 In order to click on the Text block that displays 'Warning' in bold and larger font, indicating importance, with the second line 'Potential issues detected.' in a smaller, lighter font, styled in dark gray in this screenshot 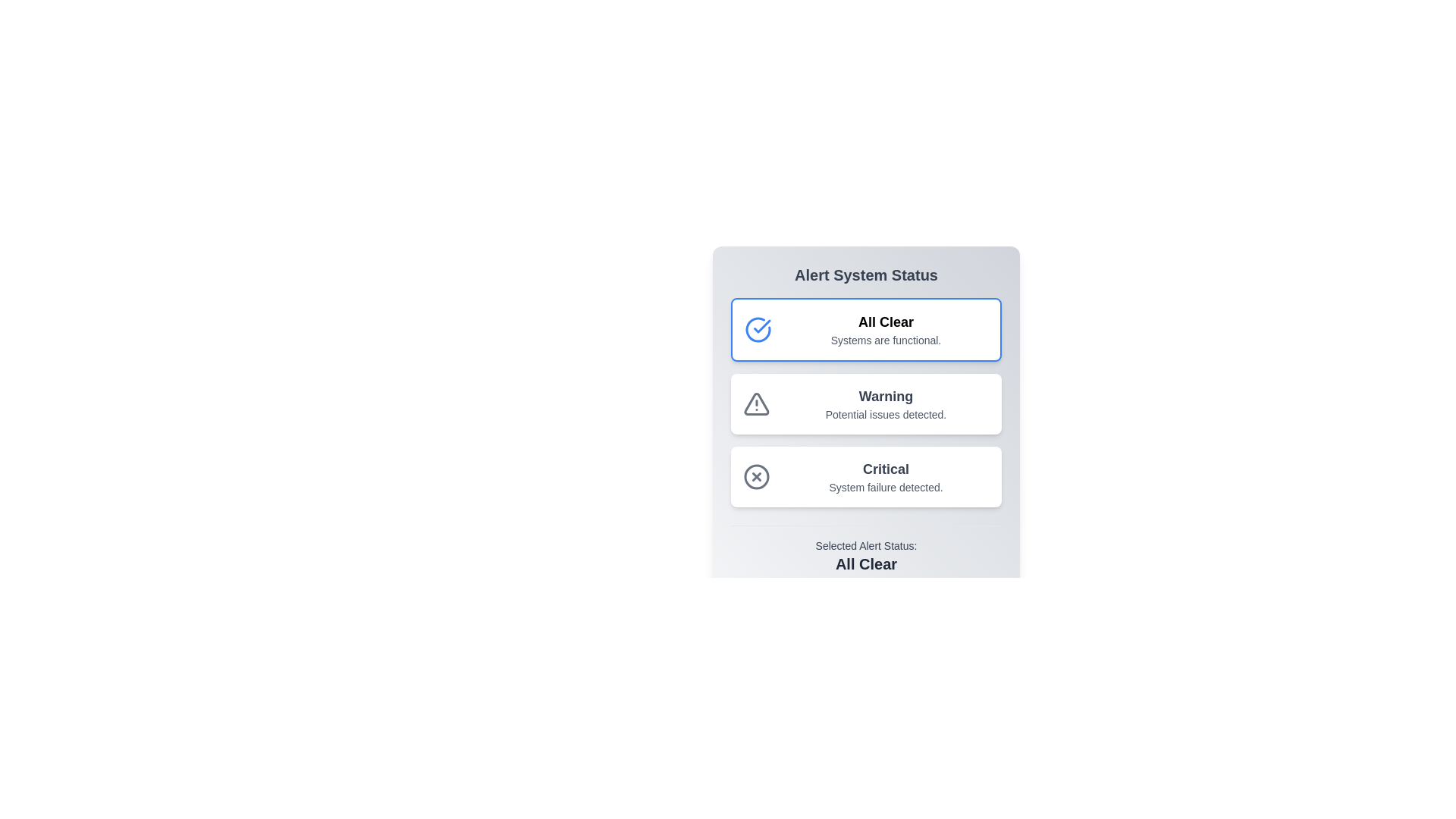, I will do `click(886, 403)`.